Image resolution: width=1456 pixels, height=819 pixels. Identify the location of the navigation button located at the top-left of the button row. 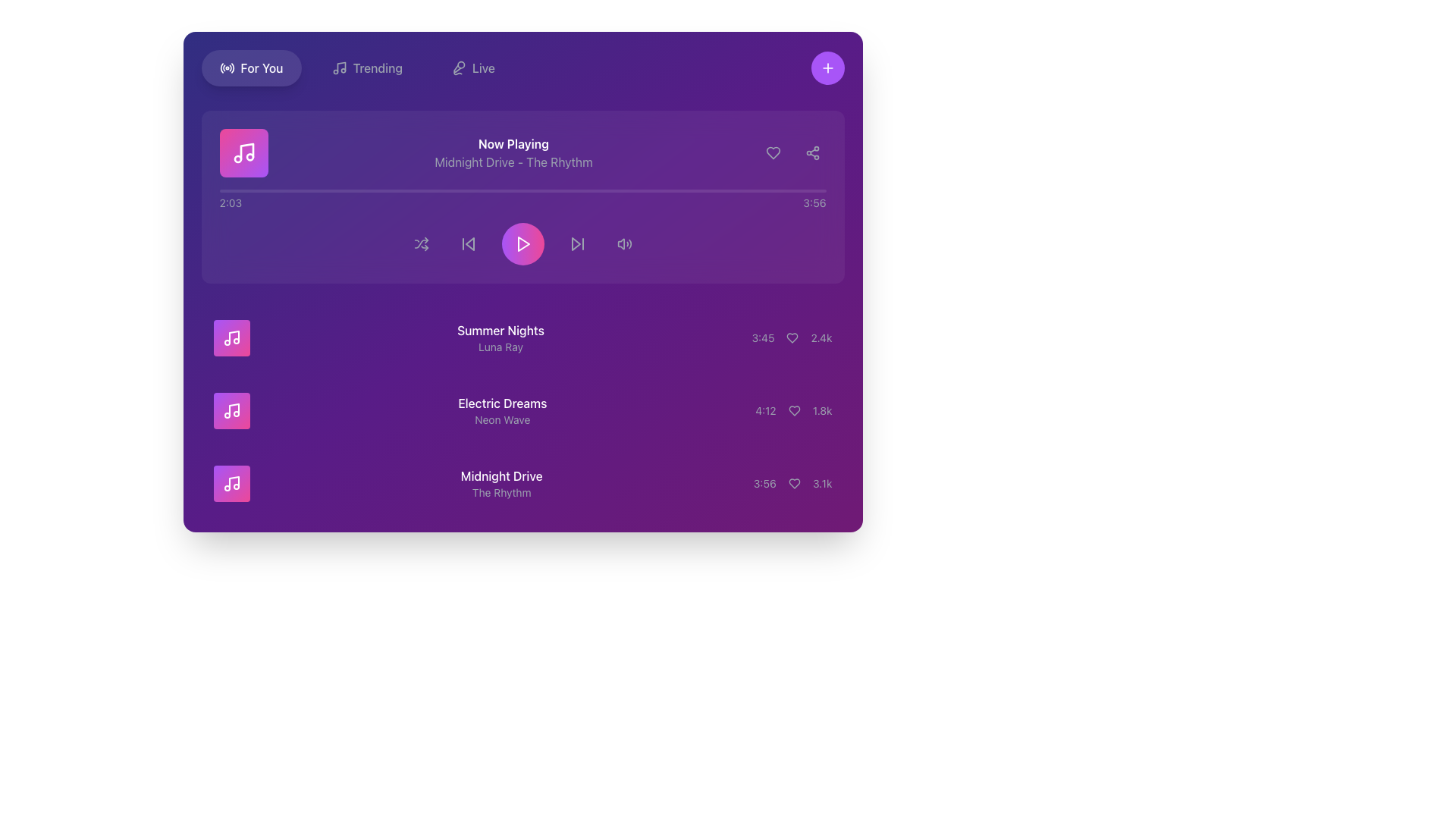
(251, 67).